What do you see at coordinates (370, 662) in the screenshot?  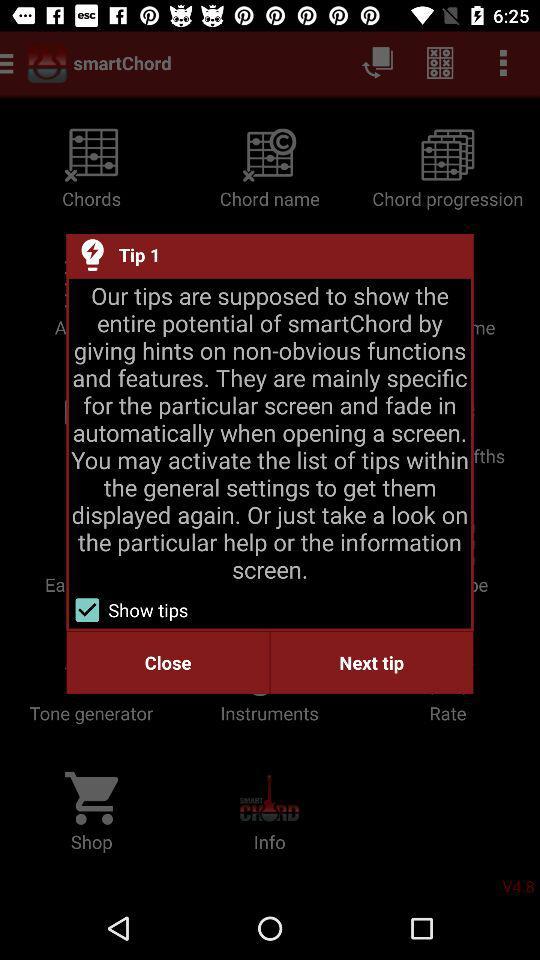 I see `item below show tips item` at bounding box center [370, 662].